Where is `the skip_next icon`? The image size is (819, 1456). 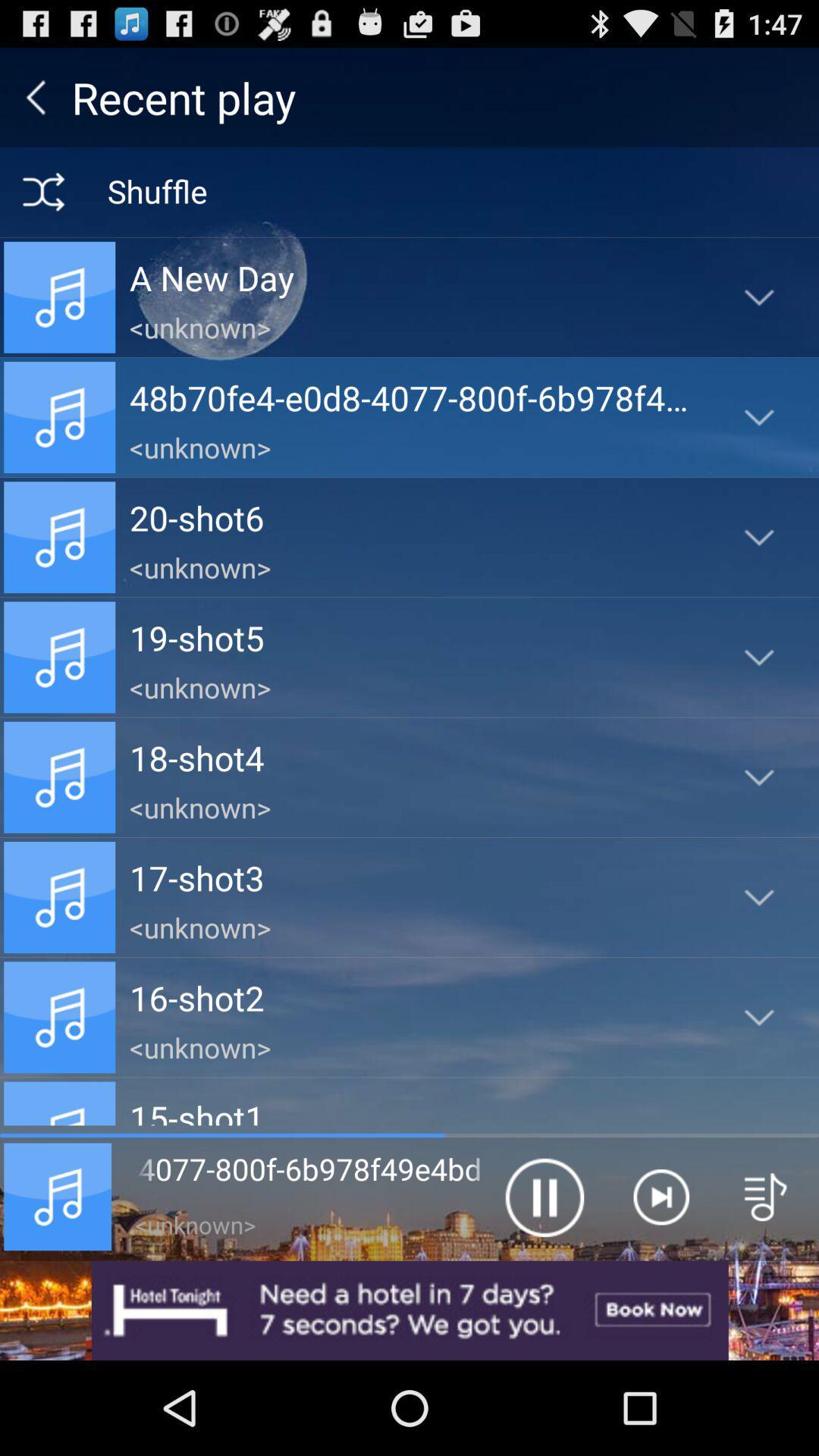
the skip_next icon is located at coordinates (660, 1280).